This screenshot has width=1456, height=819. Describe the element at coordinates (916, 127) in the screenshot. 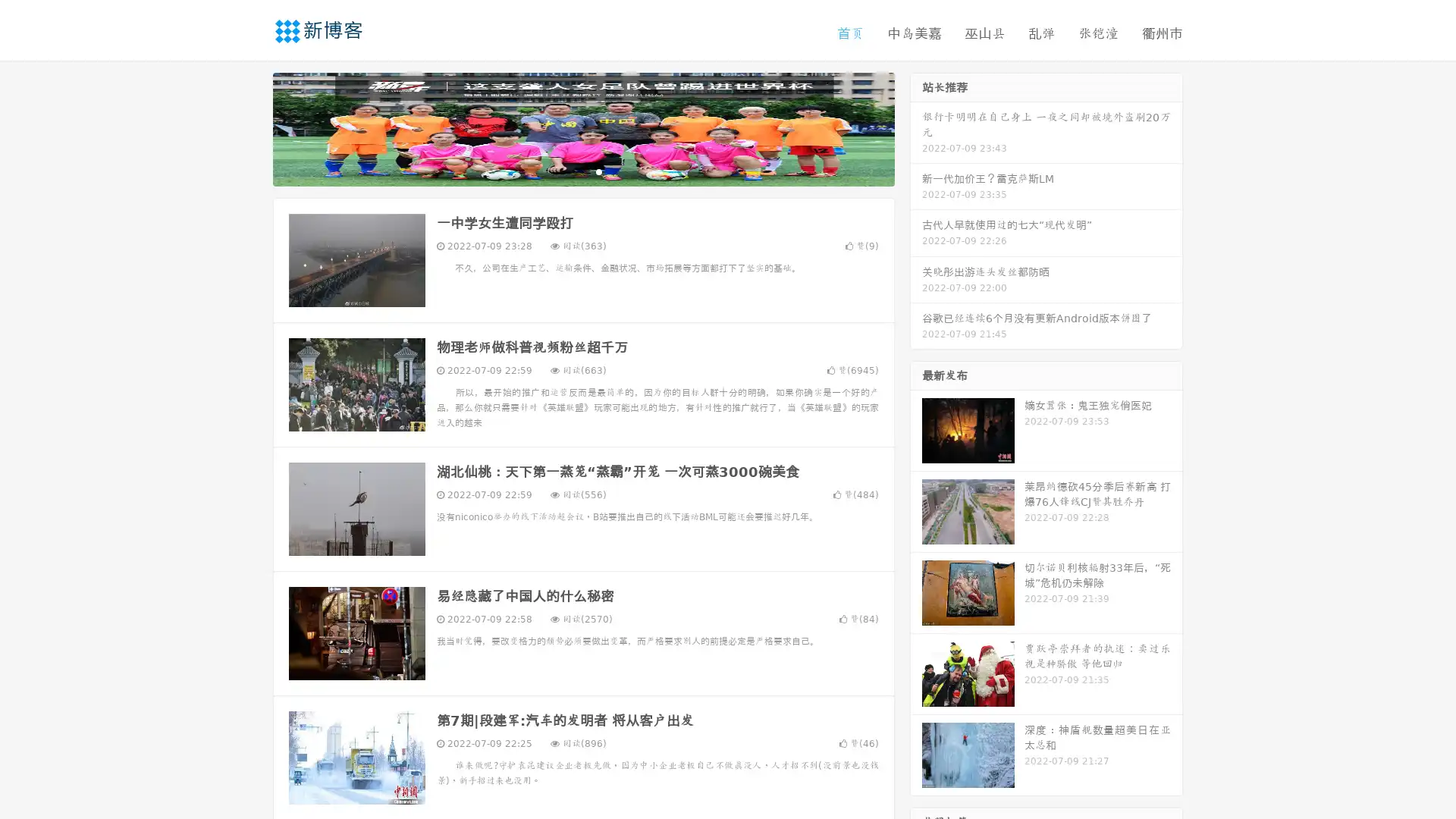

I see `Next slide` at that location.